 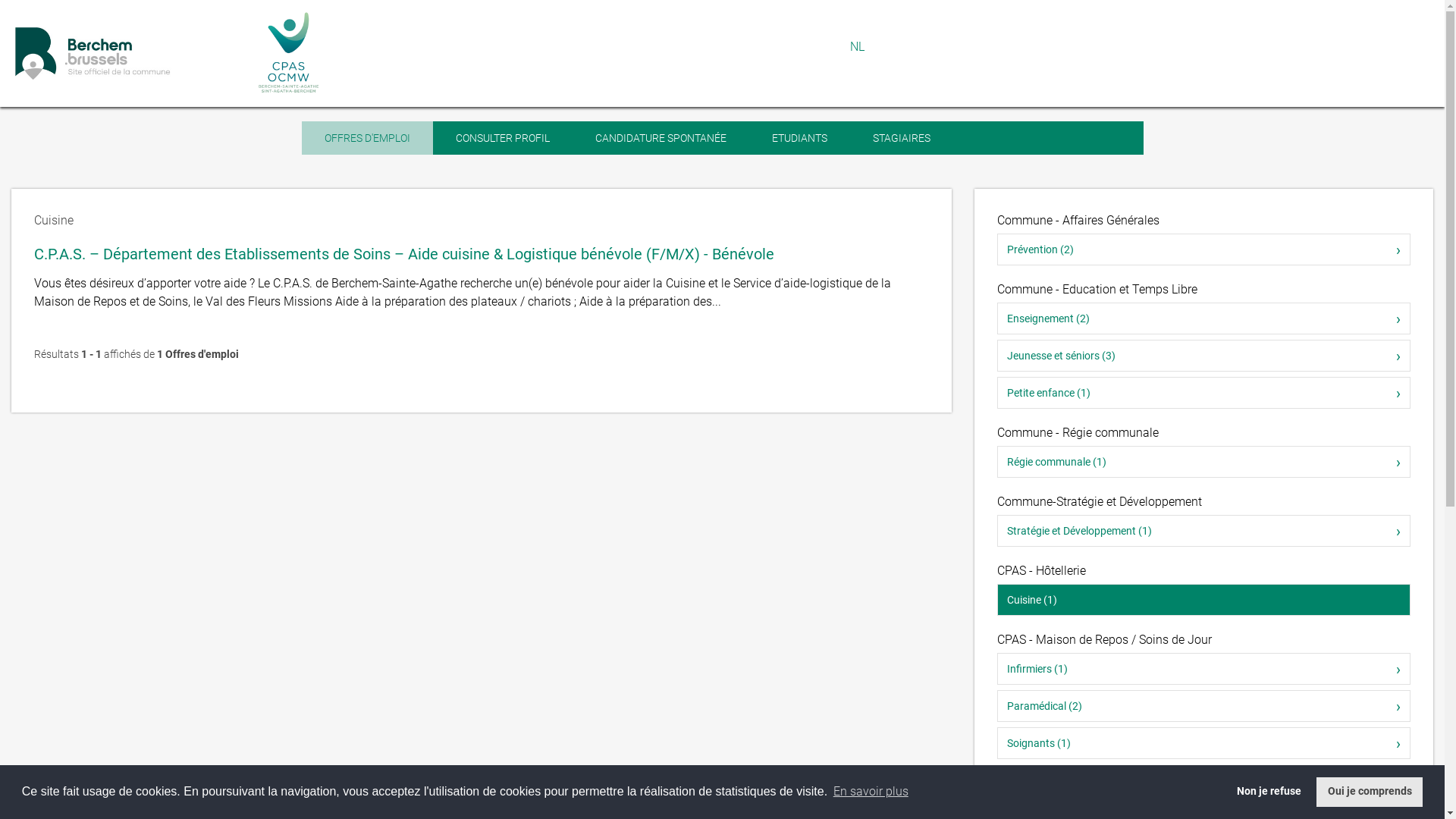 I want to click on 'Retour vers le site du CPAS de Berchem-Sainte-Agathe', so click(x=289, y=52).